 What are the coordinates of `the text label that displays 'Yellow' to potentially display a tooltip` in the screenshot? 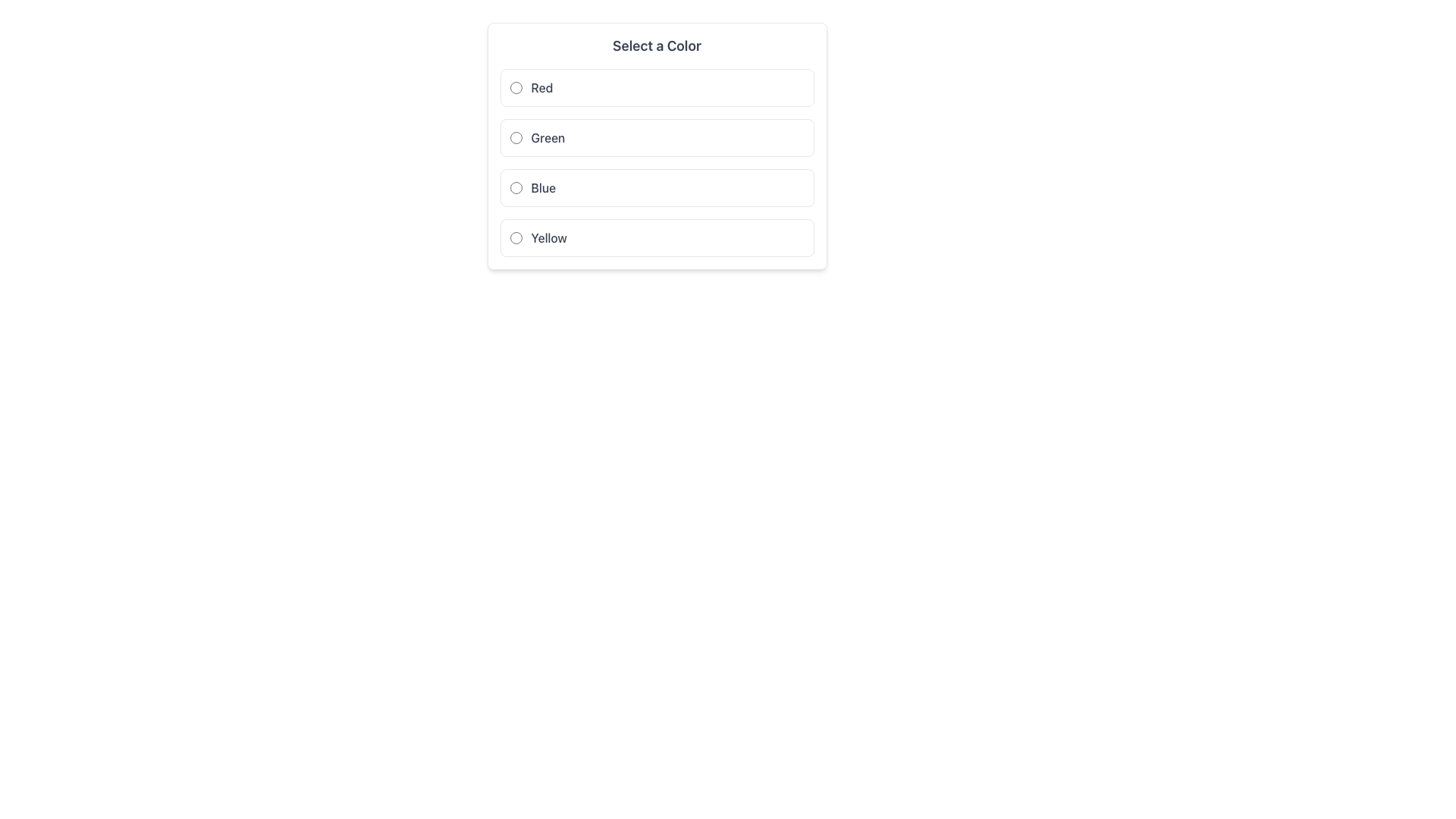 It's located at (548, 237).